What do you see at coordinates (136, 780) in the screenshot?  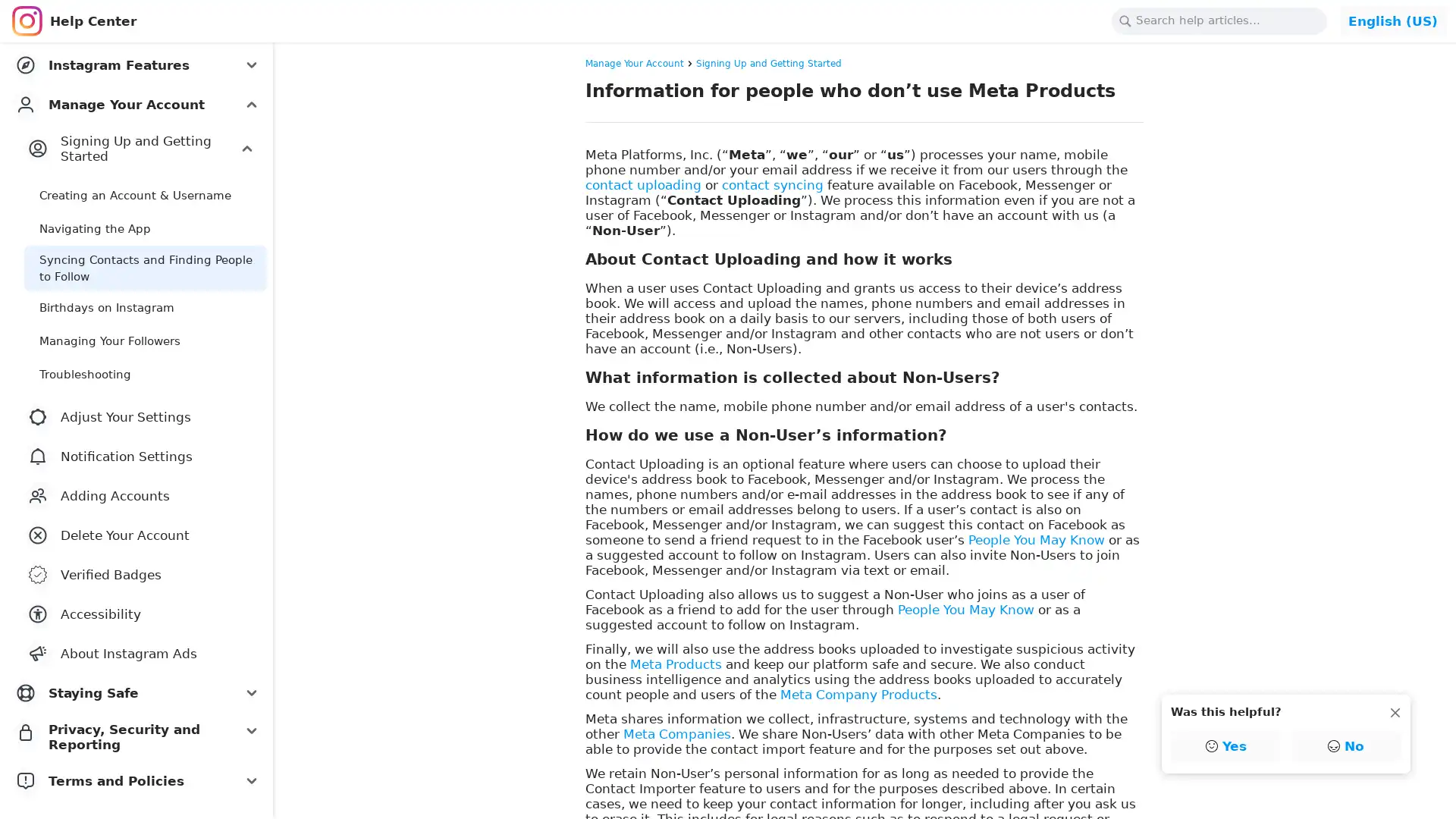 I see `Terms and Policies` at bounding box center [136, 780].